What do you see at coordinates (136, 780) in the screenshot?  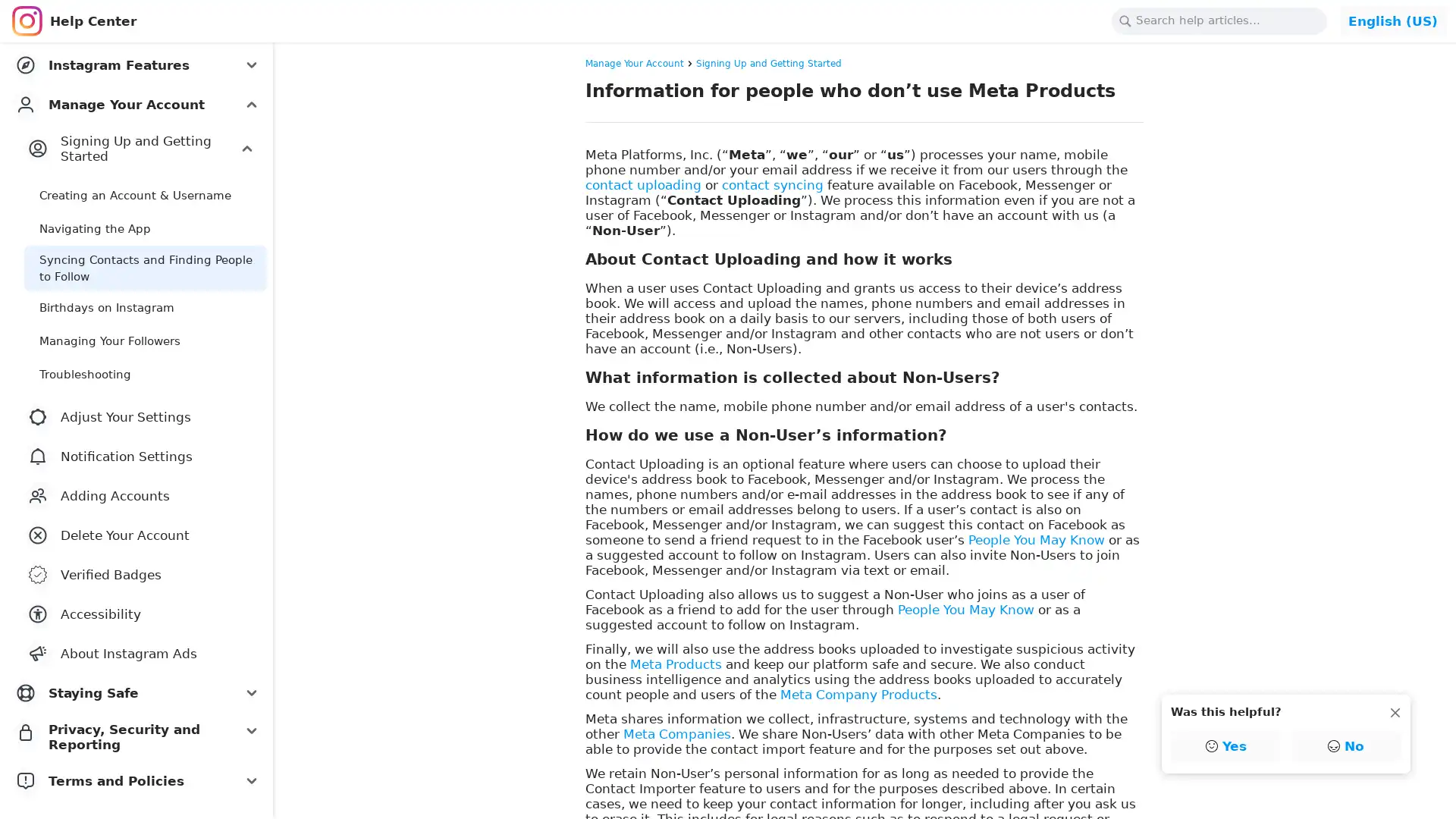 I see `Terms and Policies` at bounding box center [136, 780].